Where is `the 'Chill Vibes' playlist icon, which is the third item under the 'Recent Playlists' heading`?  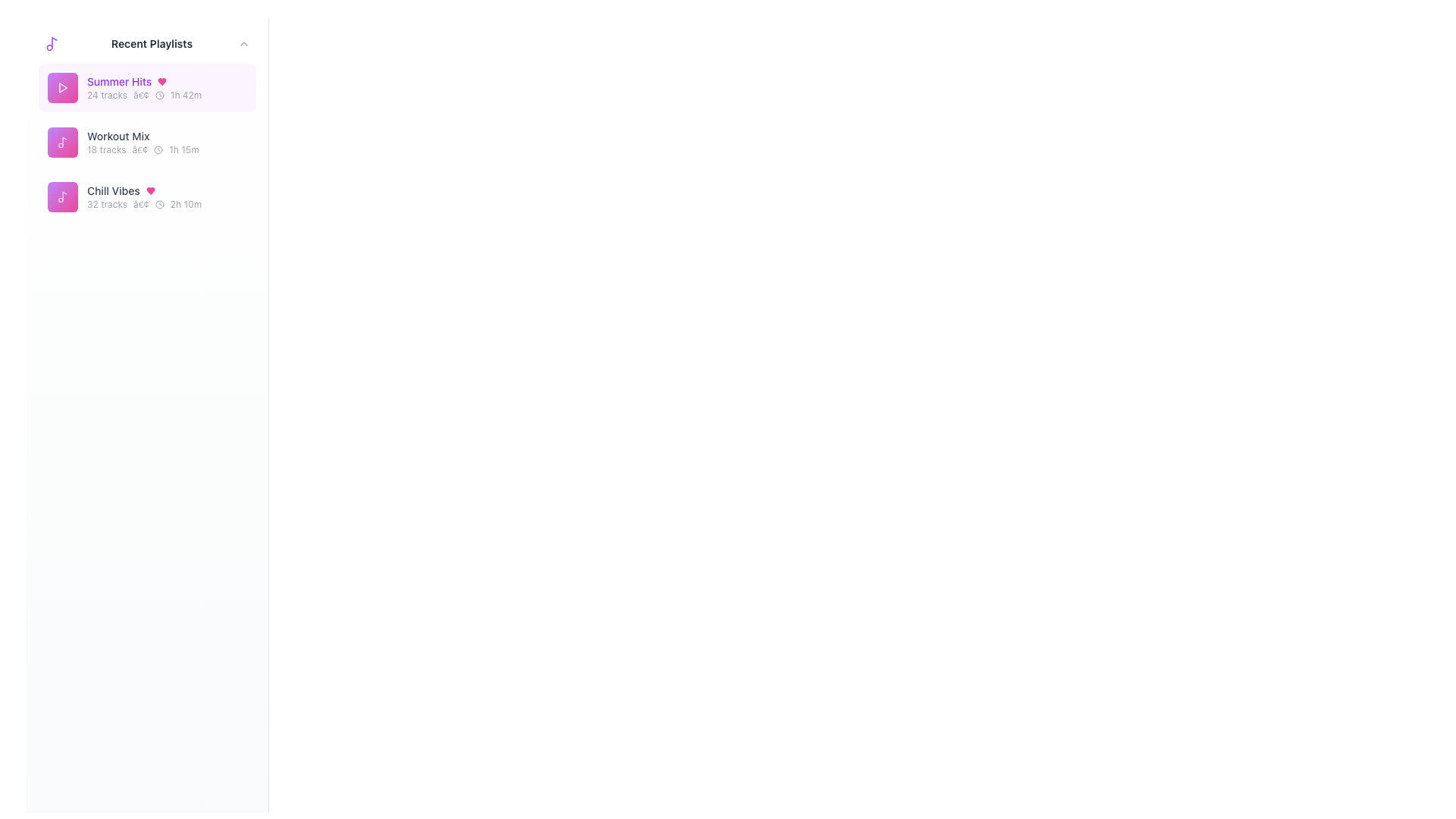
the 'Chill Vibes' playlist icon, which is the third item under the 'Recent Playlists' heading is located at coordinates (61, 196).